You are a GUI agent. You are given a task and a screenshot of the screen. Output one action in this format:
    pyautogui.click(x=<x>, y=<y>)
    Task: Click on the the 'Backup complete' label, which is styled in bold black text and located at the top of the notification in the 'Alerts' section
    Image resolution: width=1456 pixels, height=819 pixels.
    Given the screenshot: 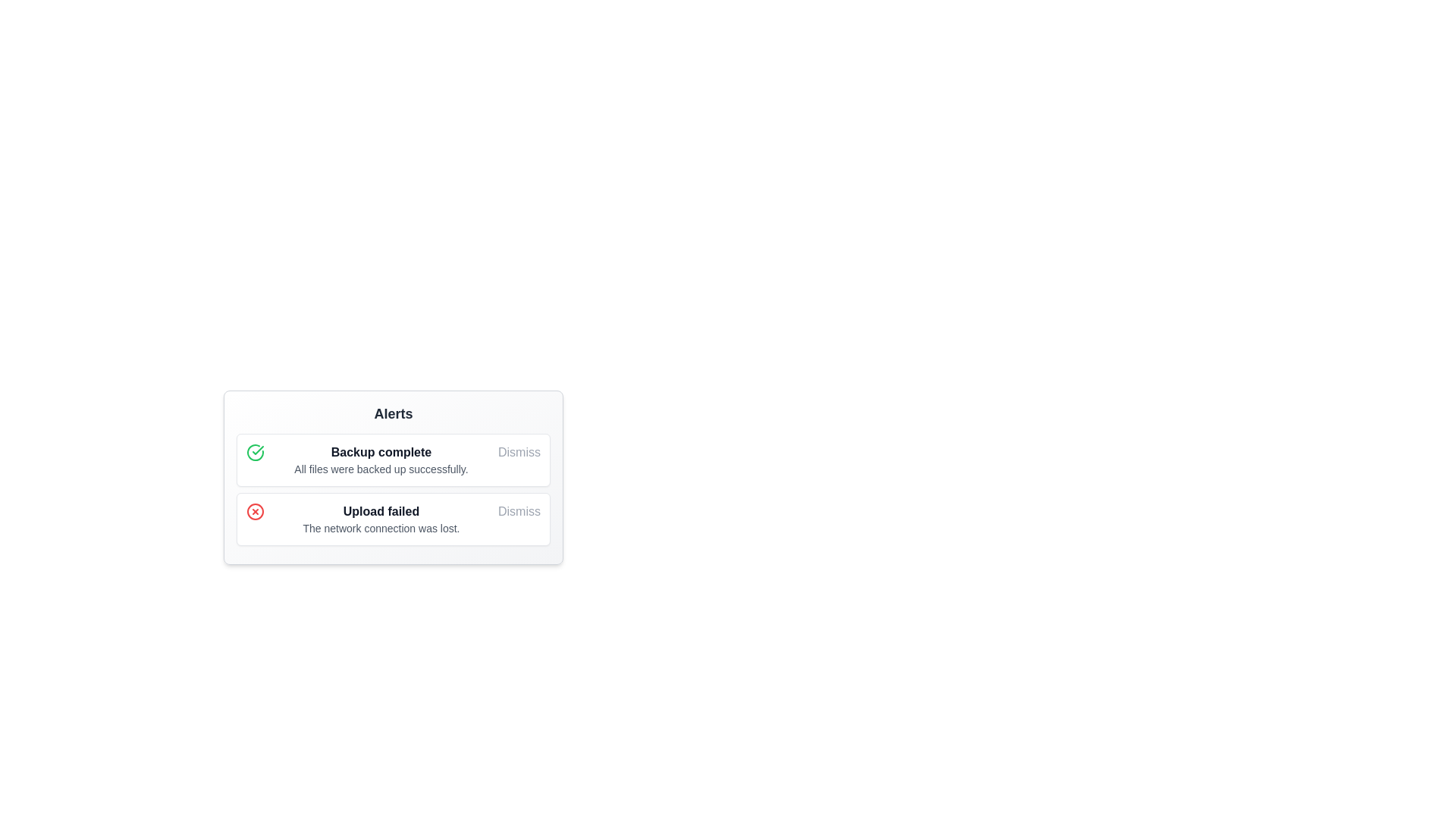 What is the action you would take?
    pyautogui.click(x=381, y=452)
    